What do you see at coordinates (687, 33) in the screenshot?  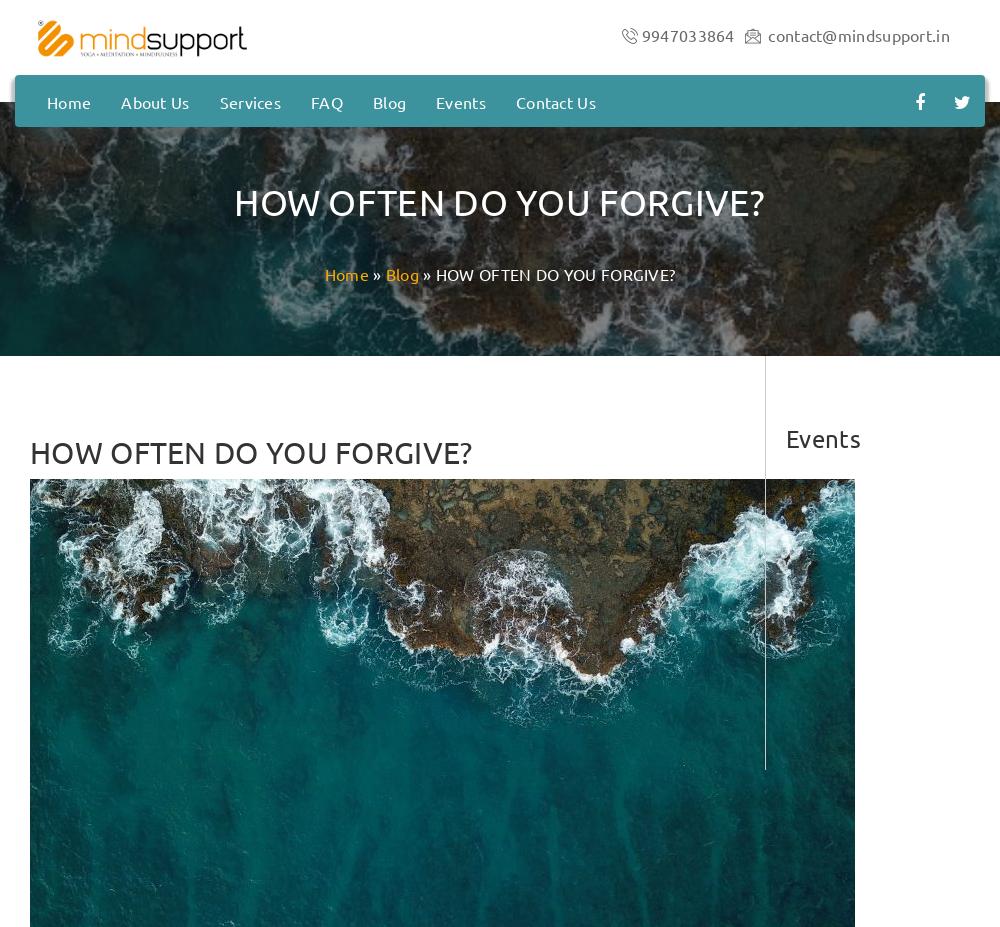 I see `'9947033864'` at bounding box center [687, 33].